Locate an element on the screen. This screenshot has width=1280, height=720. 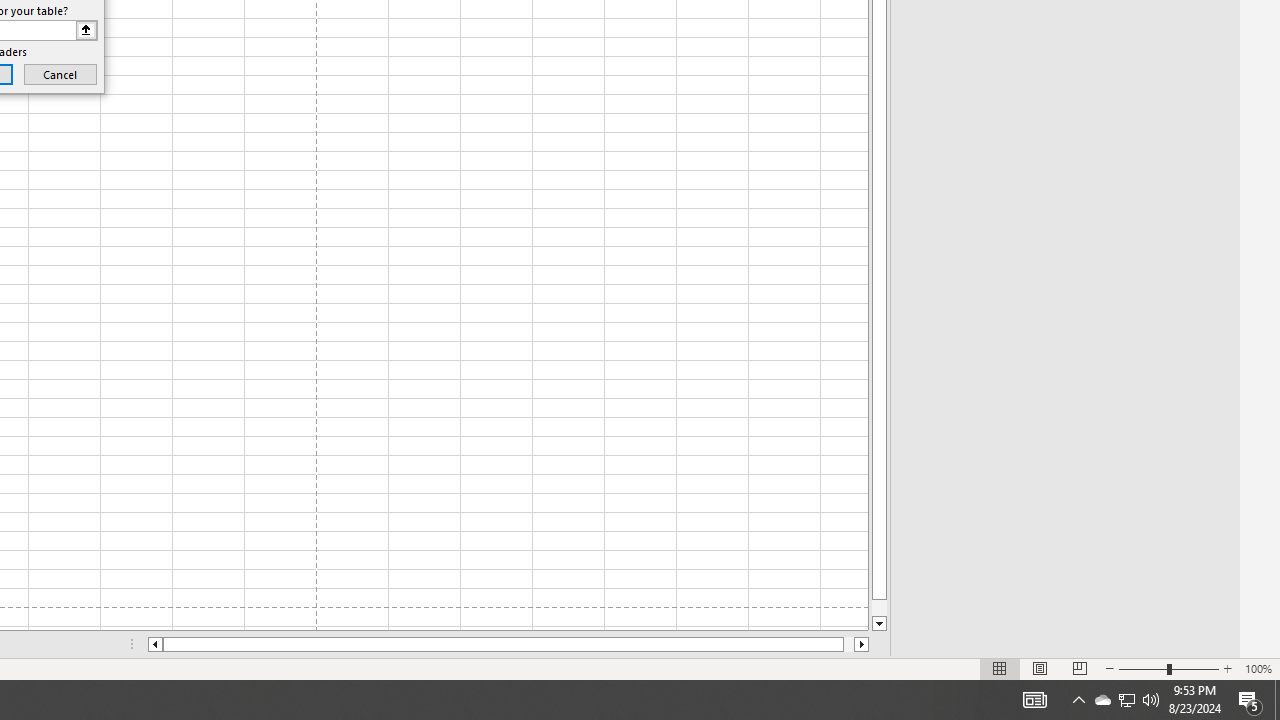
'Column left' is located at coordinates (153, 644).